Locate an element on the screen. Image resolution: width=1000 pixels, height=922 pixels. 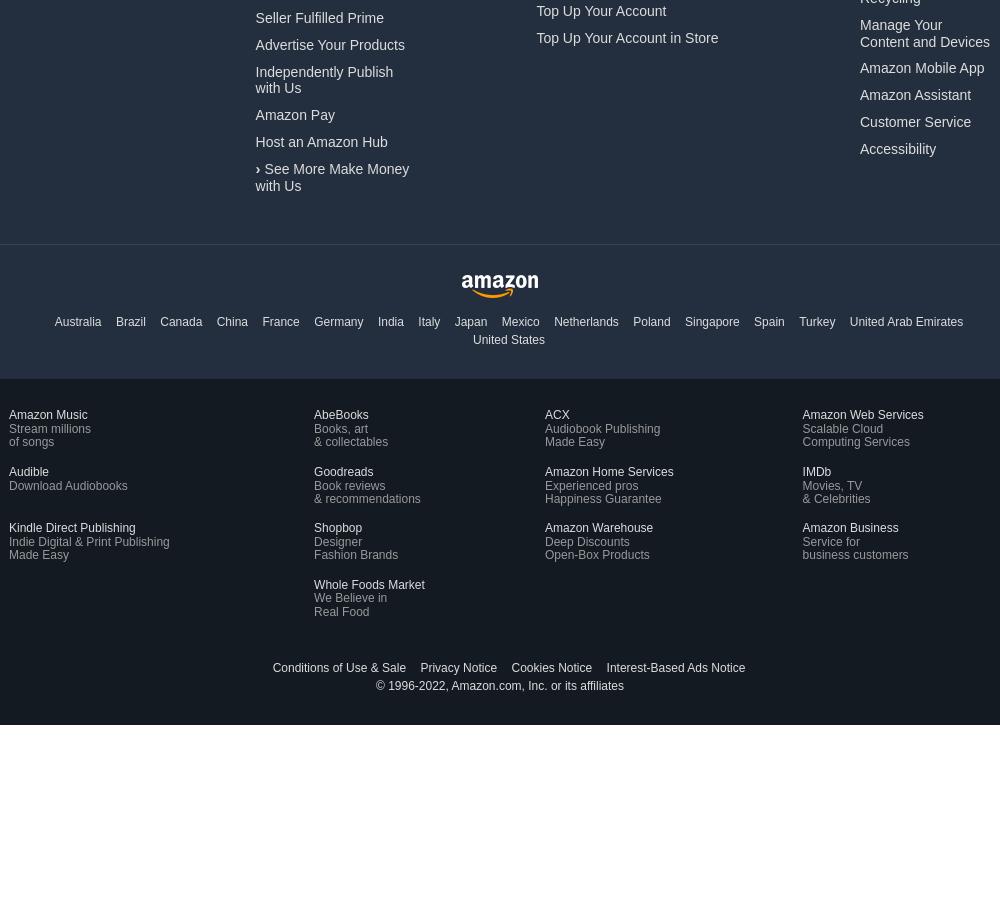
'business customers' is located at coordinates (854, 555).